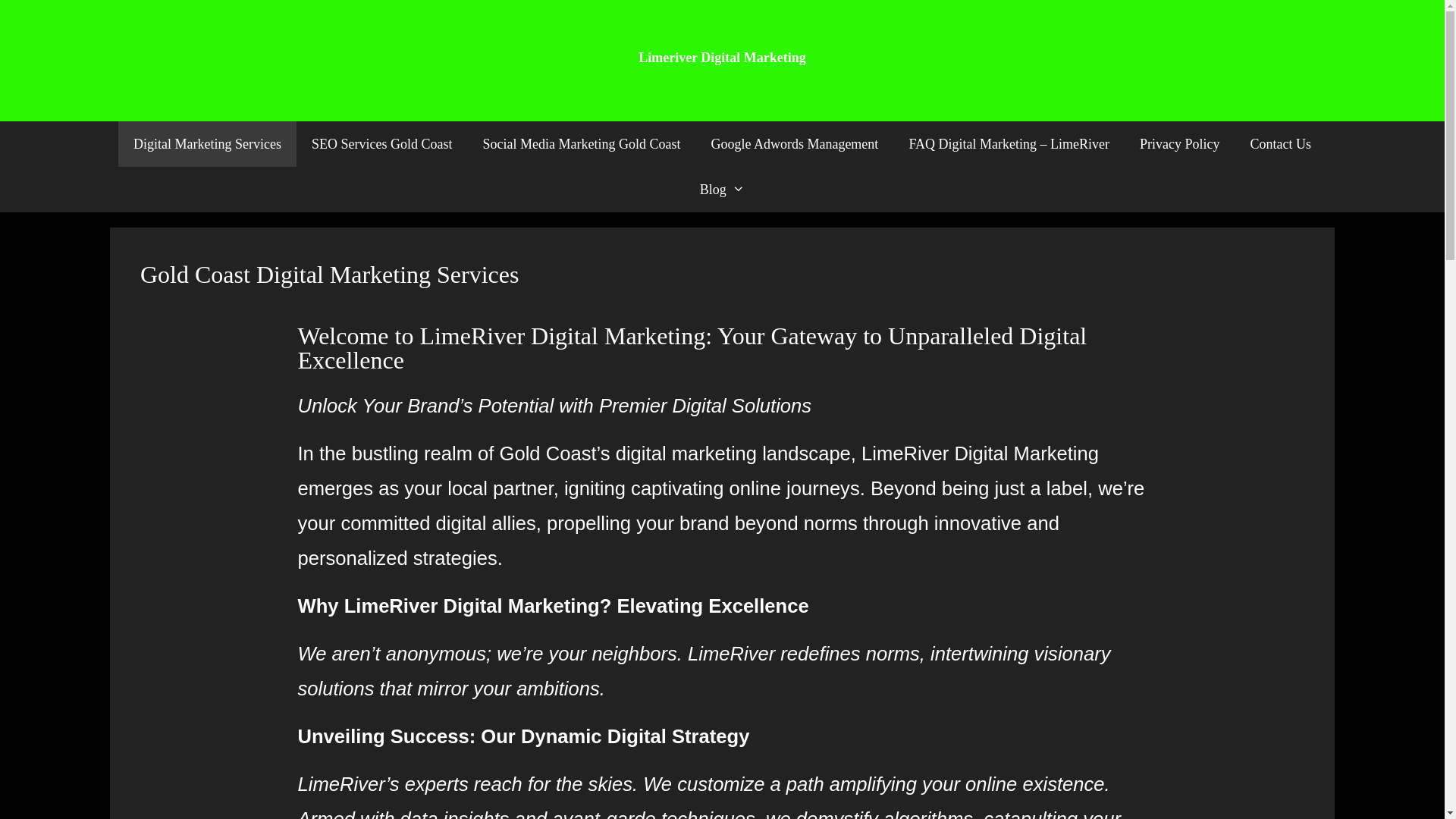 This screenshot has height=819, width=1456. Describe the element at coordinates (1125, 143) in the screenshot. I see `'Privacy Policy'` at that location.